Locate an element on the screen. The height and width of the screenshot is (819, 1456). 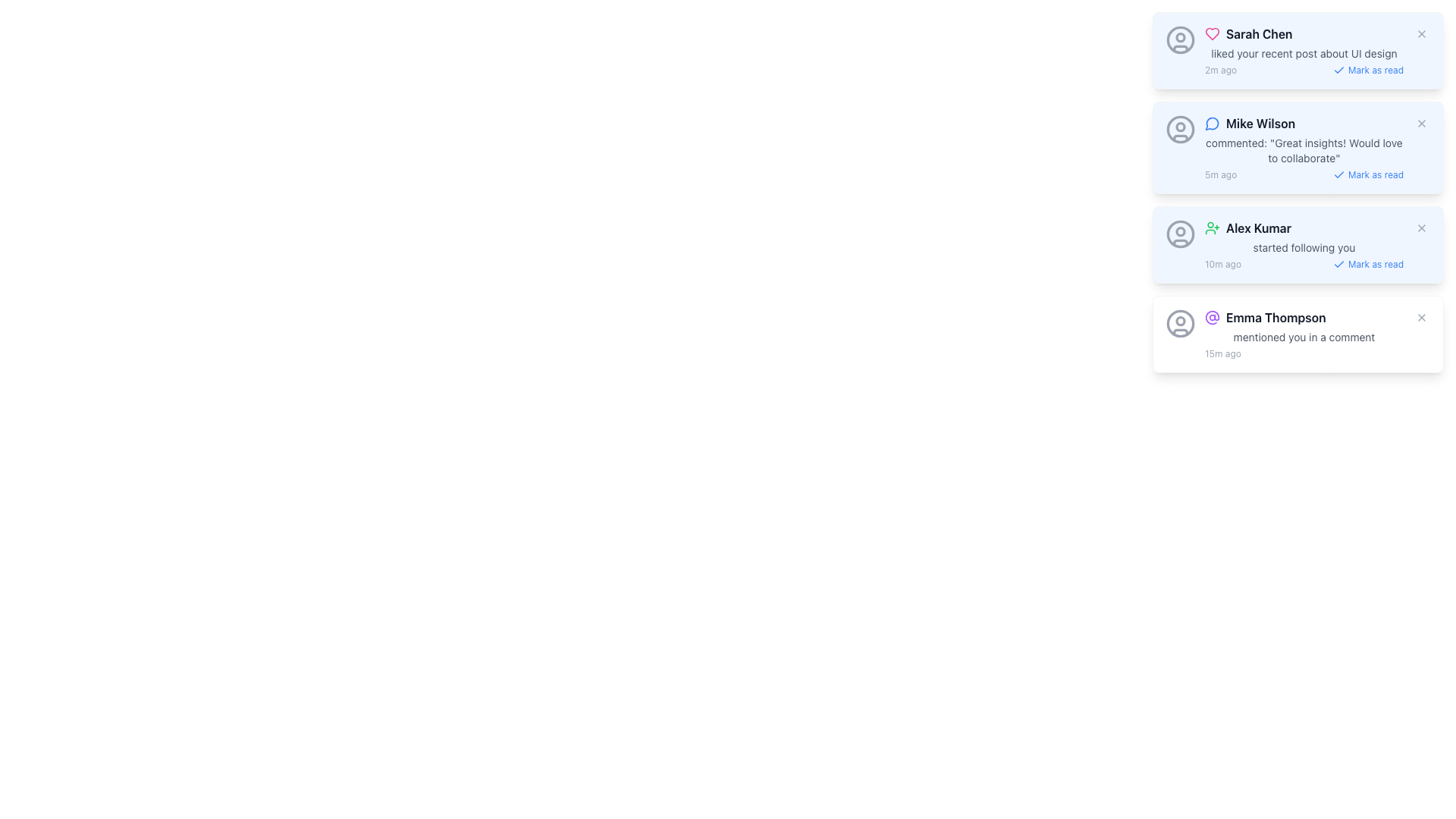
the circular dismiss button with an 'X' icon located at the top-right corner of the notification for 'Sarah Chen' is located at coordinates (1421, 34).